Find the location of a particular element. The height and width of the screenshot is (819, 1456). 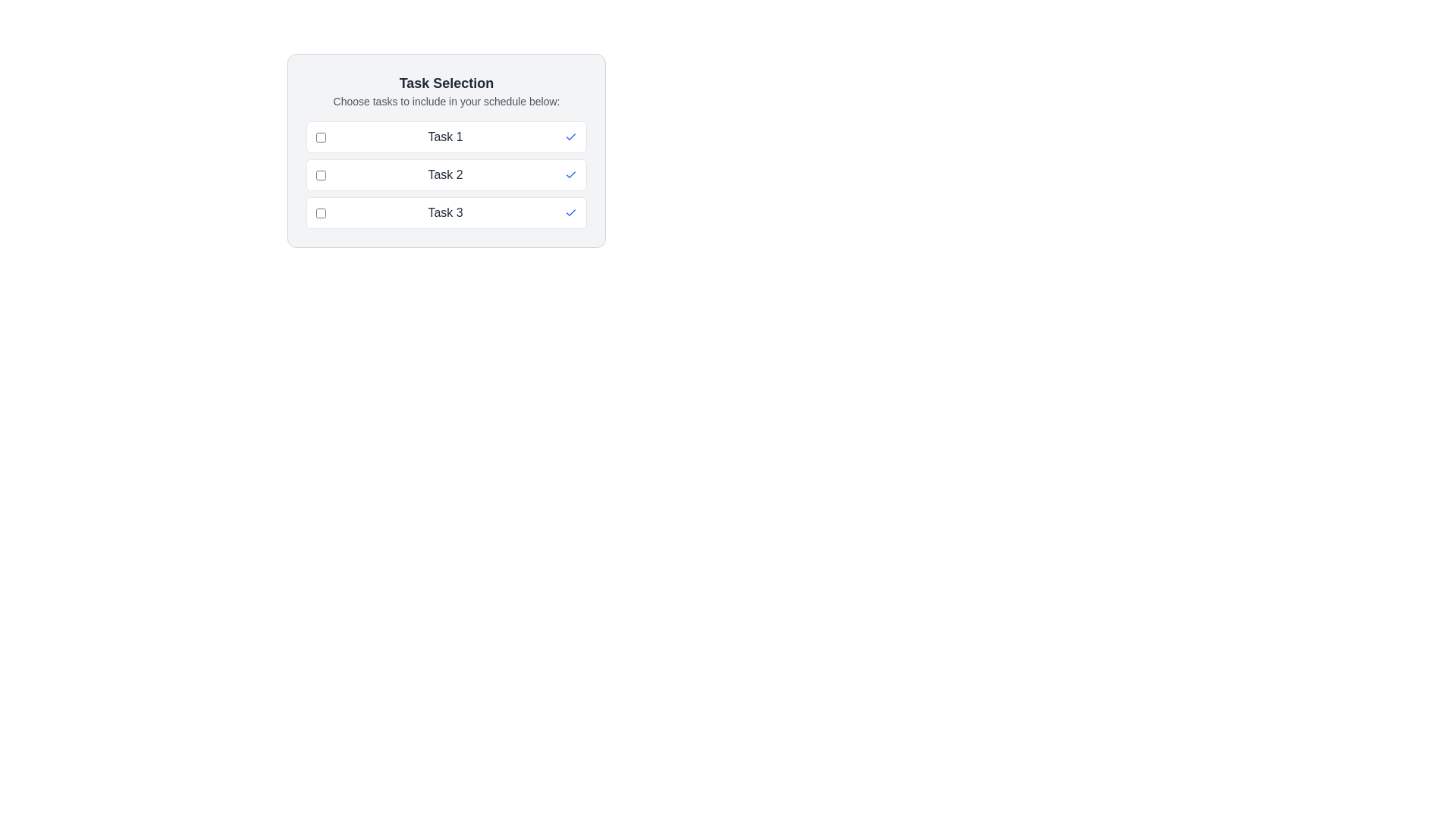

the checkbox for 'Task 2' is located at coordinates (320, 174).